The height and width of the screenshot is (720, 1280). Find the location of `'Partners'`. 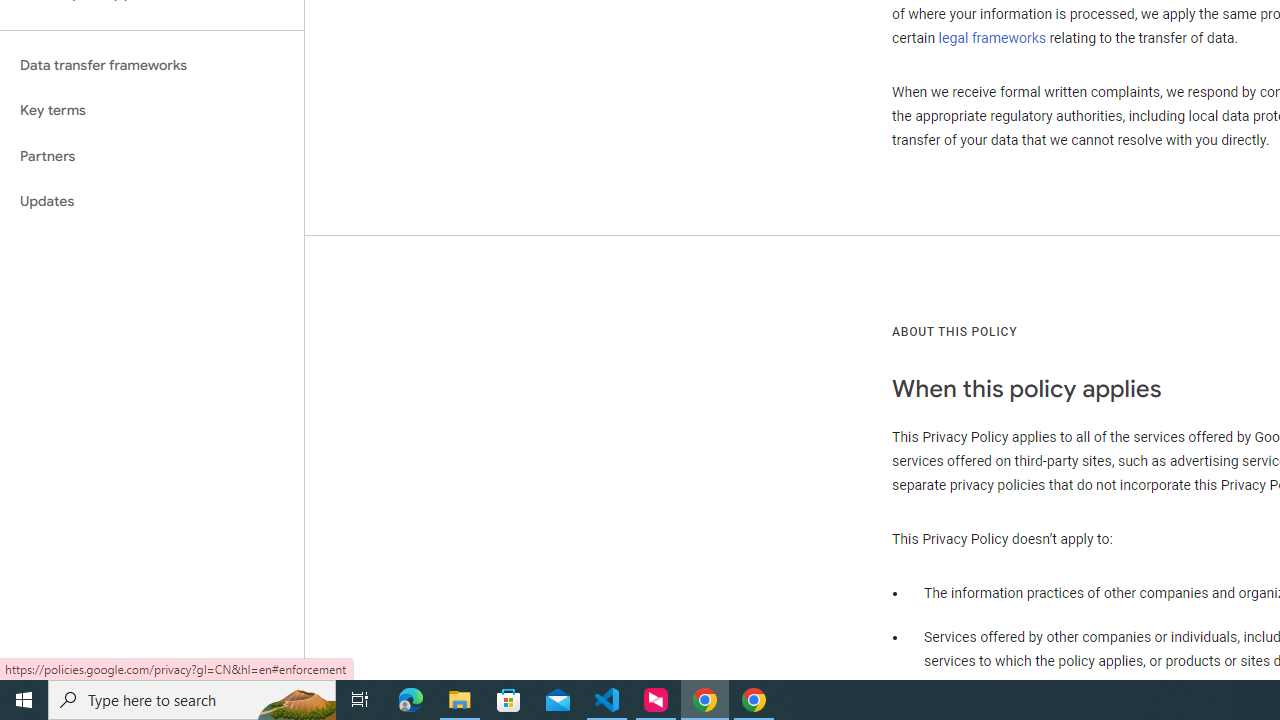

'Partners' is located at coordinates (151, 155).